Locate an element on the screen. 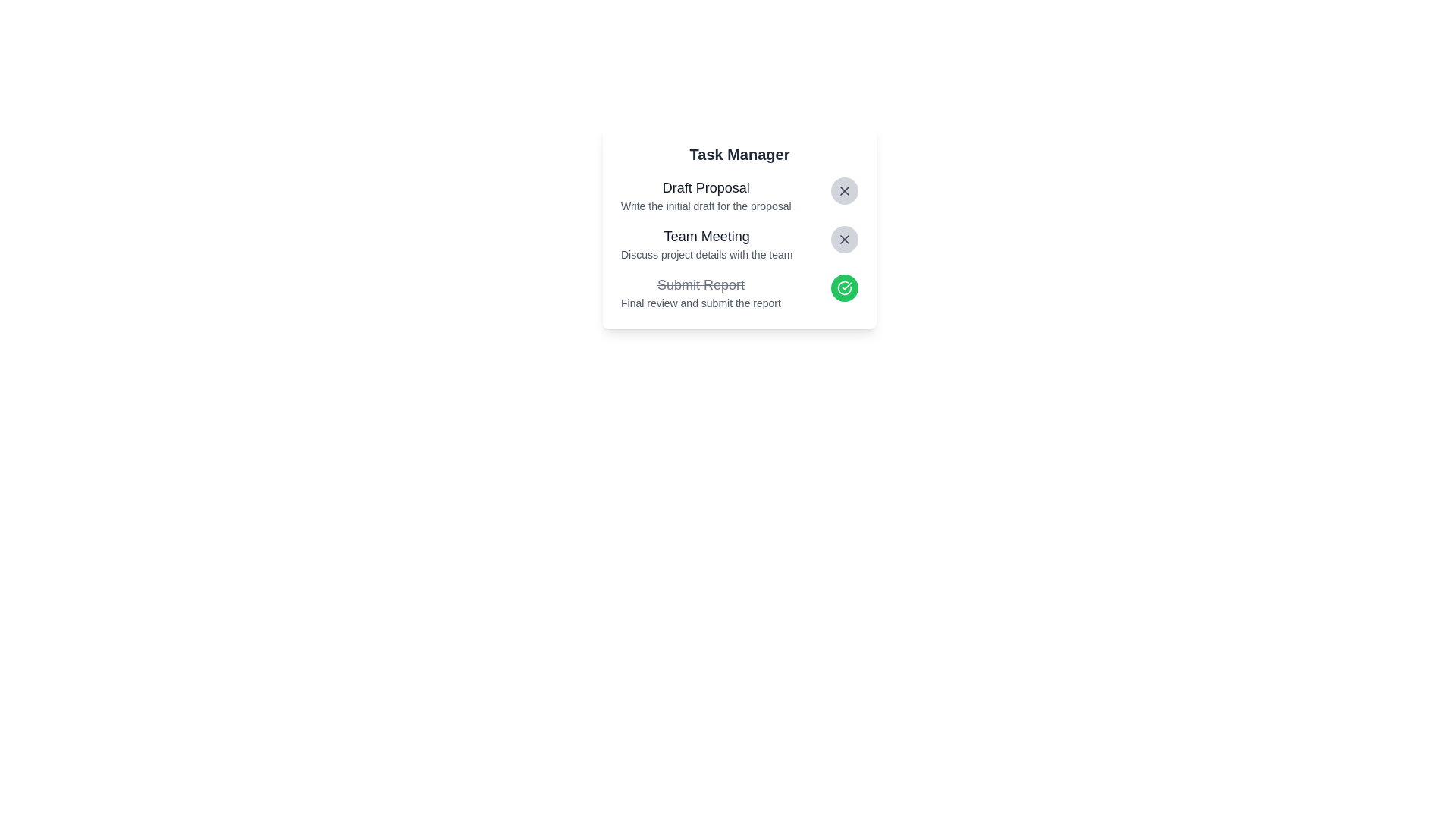 The height and width of the screenshot is (819, 1456). the completed task entry in the task list, which has a strikethrough text and a green checkmark is located at coordinates (739, 276).